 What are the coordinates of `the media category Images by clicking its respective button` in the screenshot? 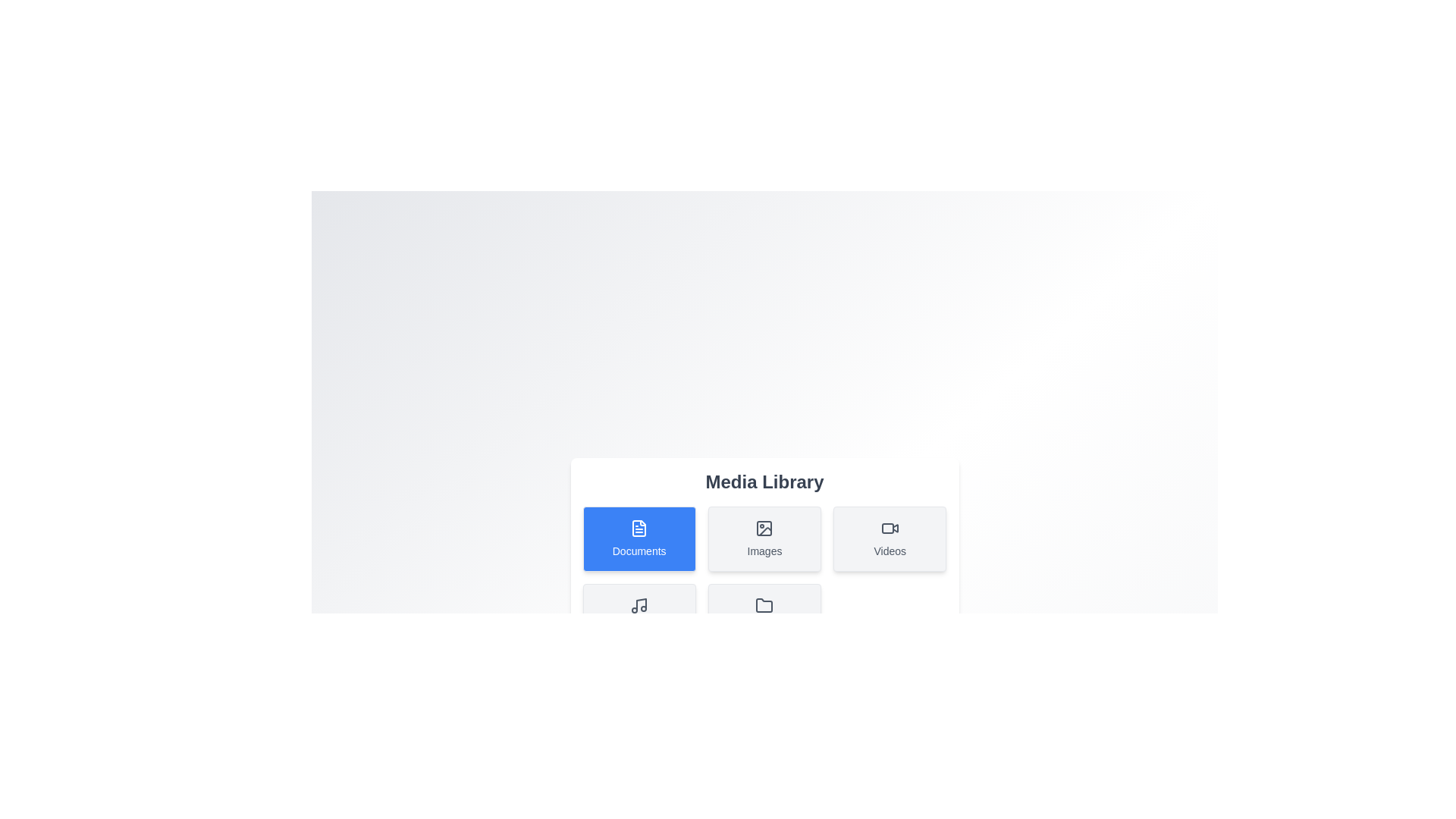 It's located at (764, 538).